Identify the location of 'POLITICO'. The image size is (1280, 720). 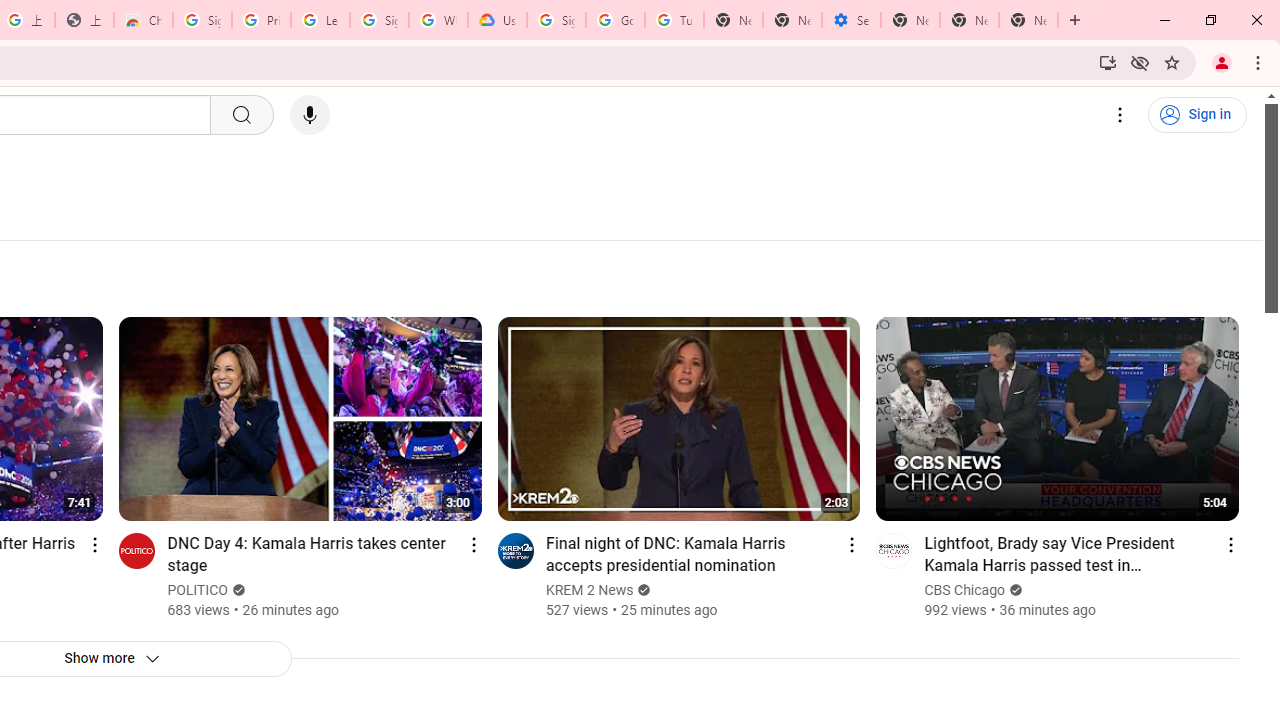
(198, 589).